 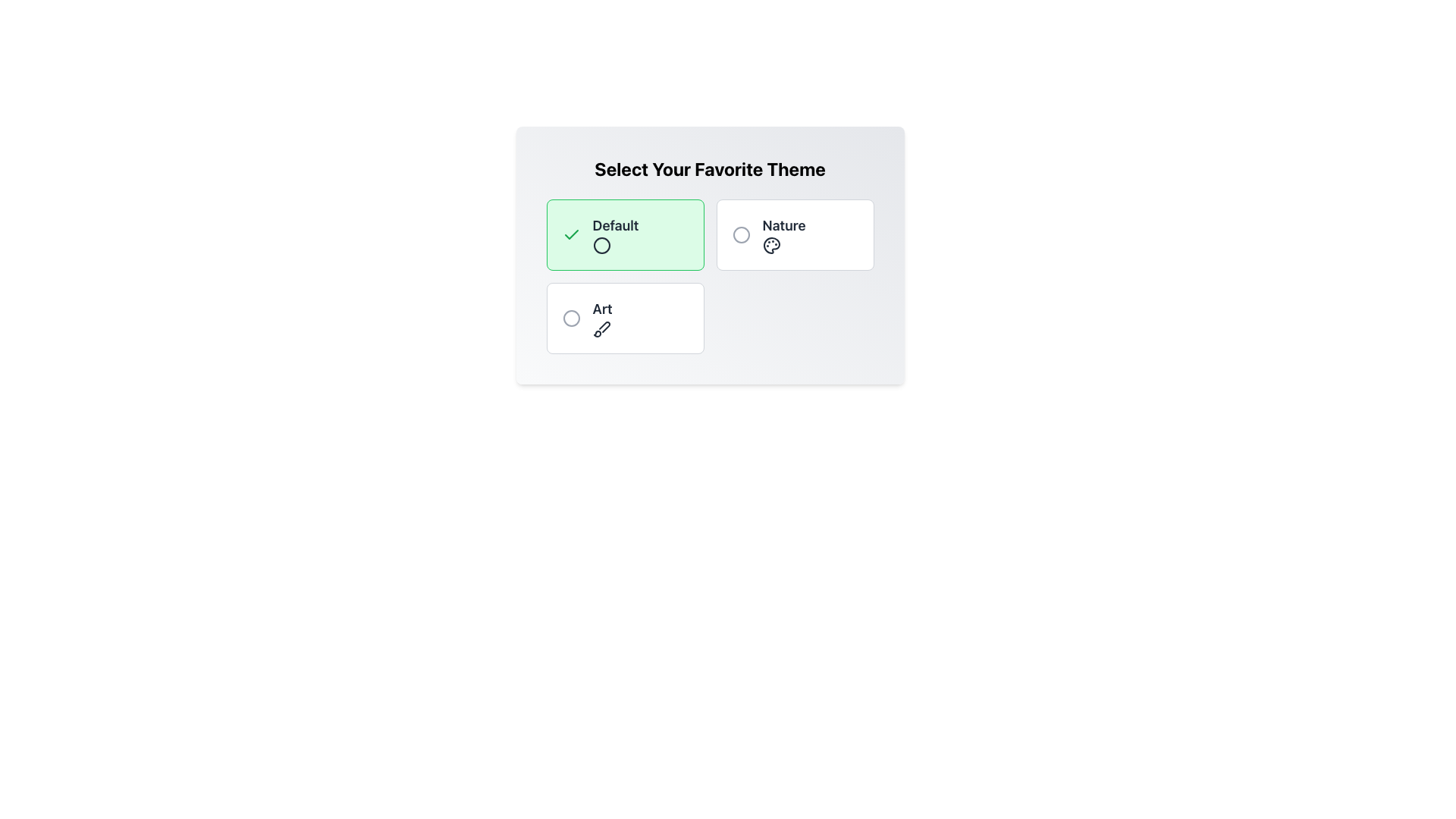 What do you see at coordinates (784, 245) in the screenshot?
I see `properties of the painter's palette icon, which represents the 'Nature' theme, located under the text 'Select Your Favorite Theme' in the theme selection UI` at bounding box center [784, 245].